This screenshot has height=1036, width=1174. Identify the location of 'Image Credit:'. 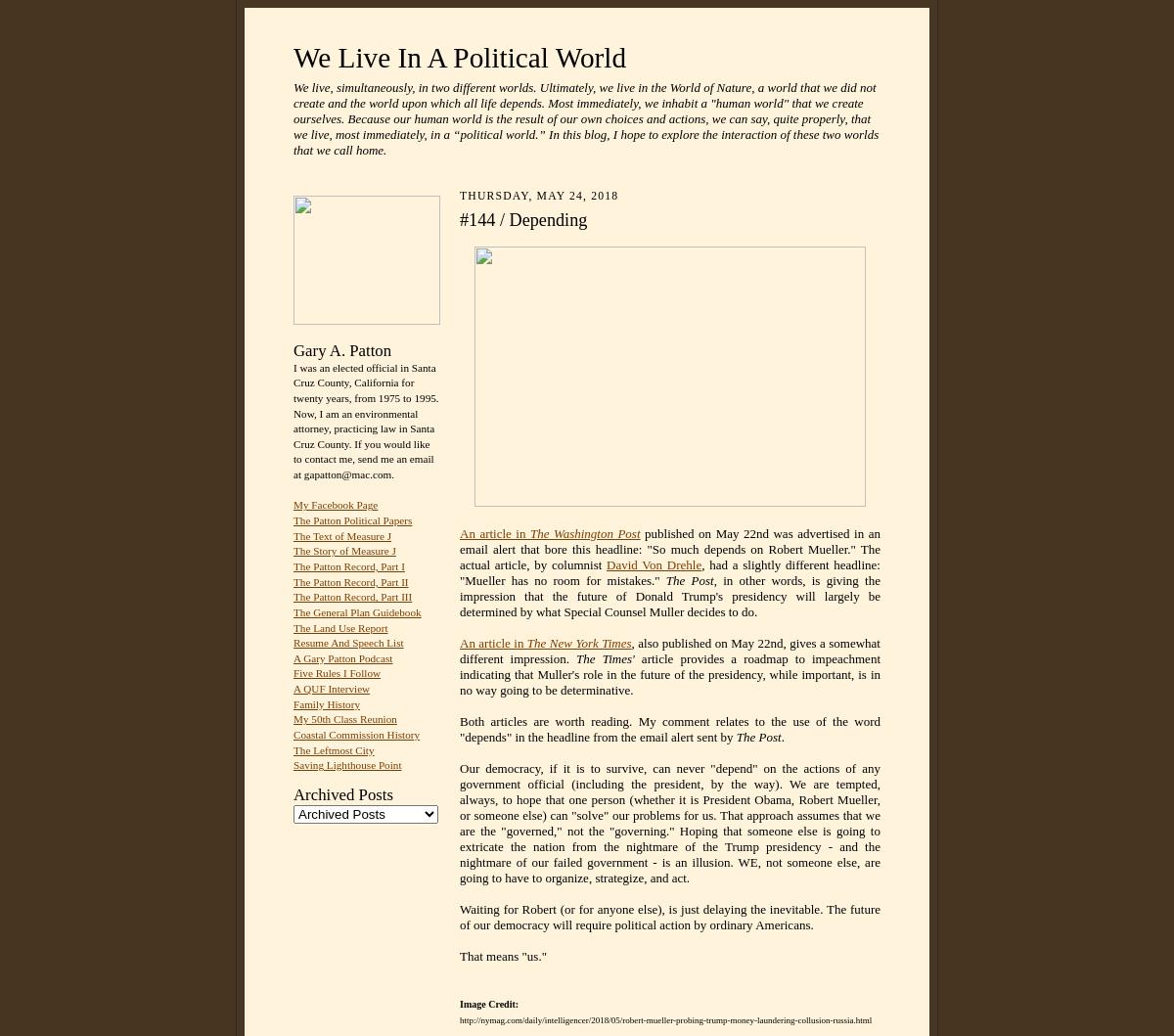
(488, 1003).